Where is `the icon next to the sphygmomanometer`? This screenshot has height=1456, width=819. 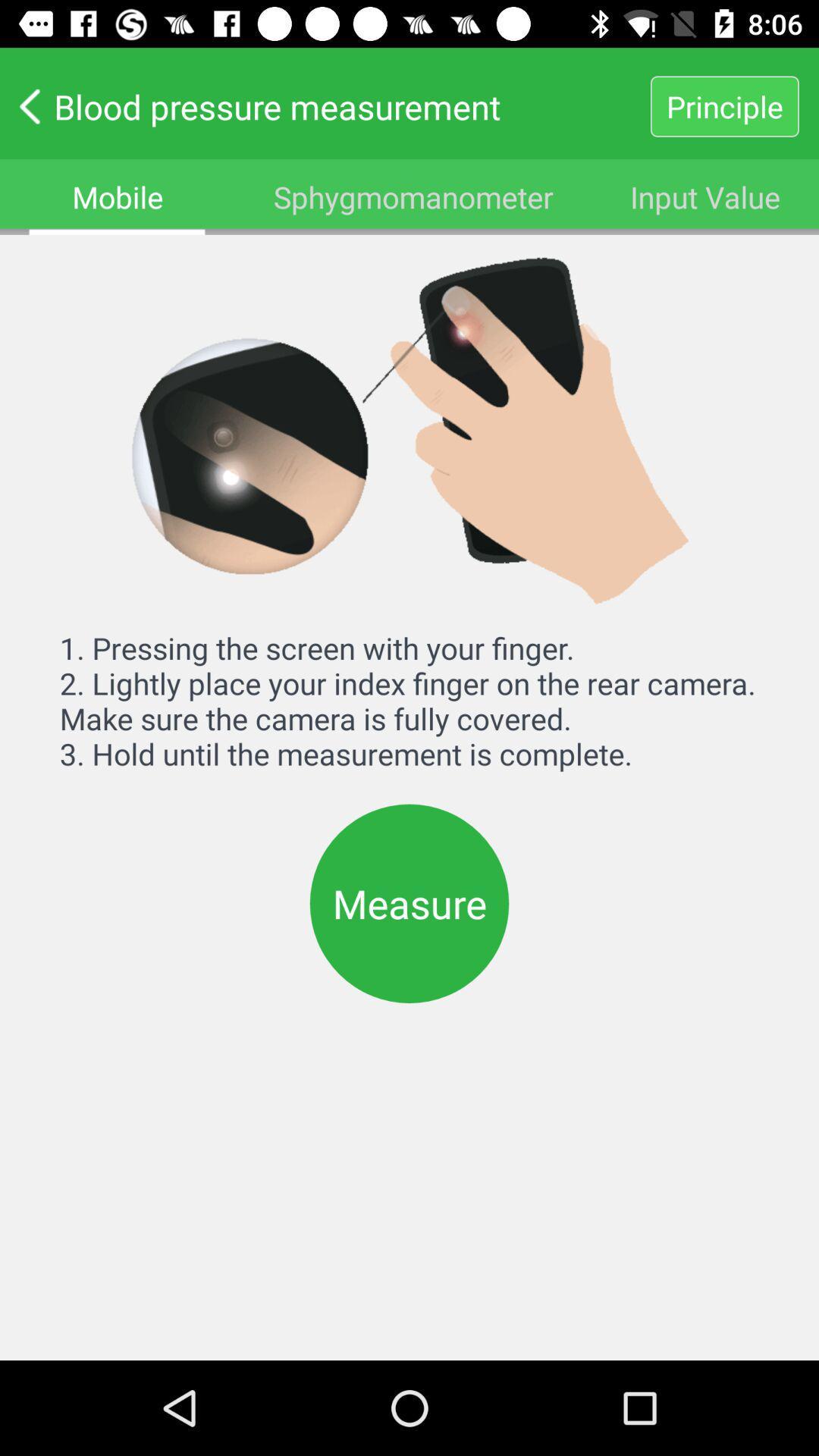 the icon next to the sphygmomanometer is located at coordinates (705, 196).